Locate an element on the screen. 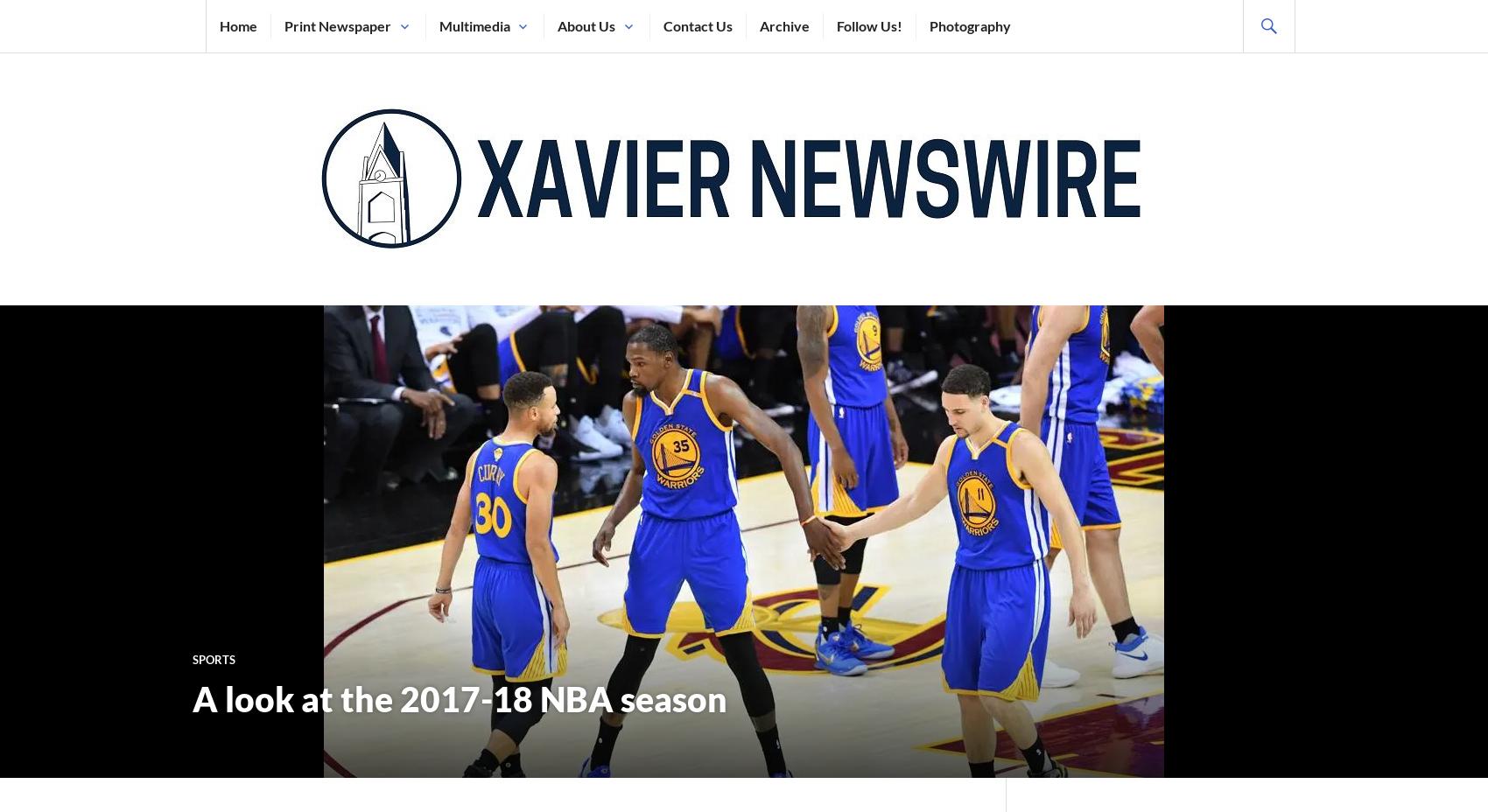  'Multimedia' is located at coordinates (438, 24).